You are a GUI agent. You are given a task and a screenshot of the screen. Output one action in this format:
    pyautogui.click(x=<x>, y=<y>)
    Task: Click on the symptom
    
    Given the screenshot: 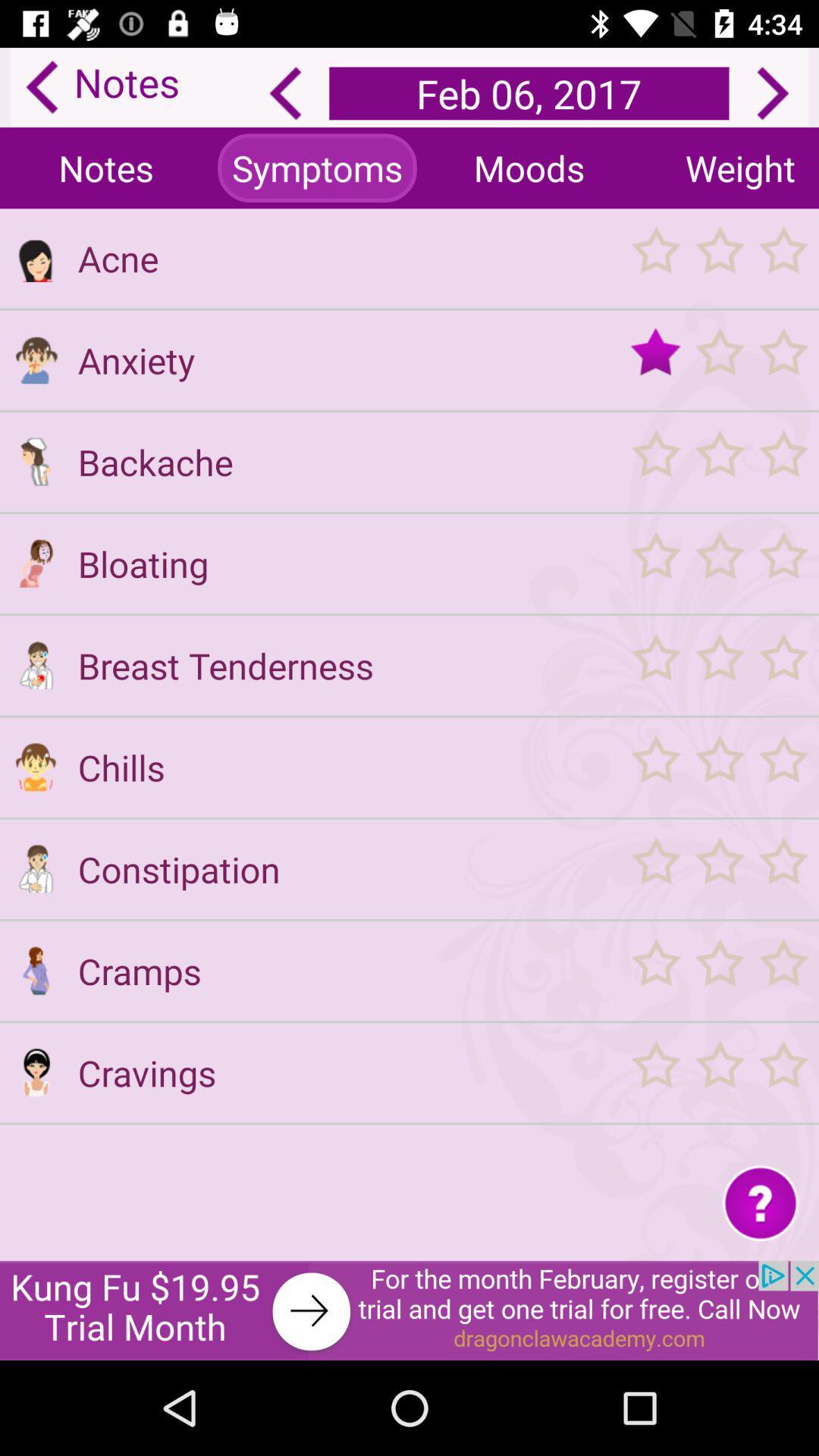 What is the action you would take?
    pyautogui.click(x=35, y=767)
    